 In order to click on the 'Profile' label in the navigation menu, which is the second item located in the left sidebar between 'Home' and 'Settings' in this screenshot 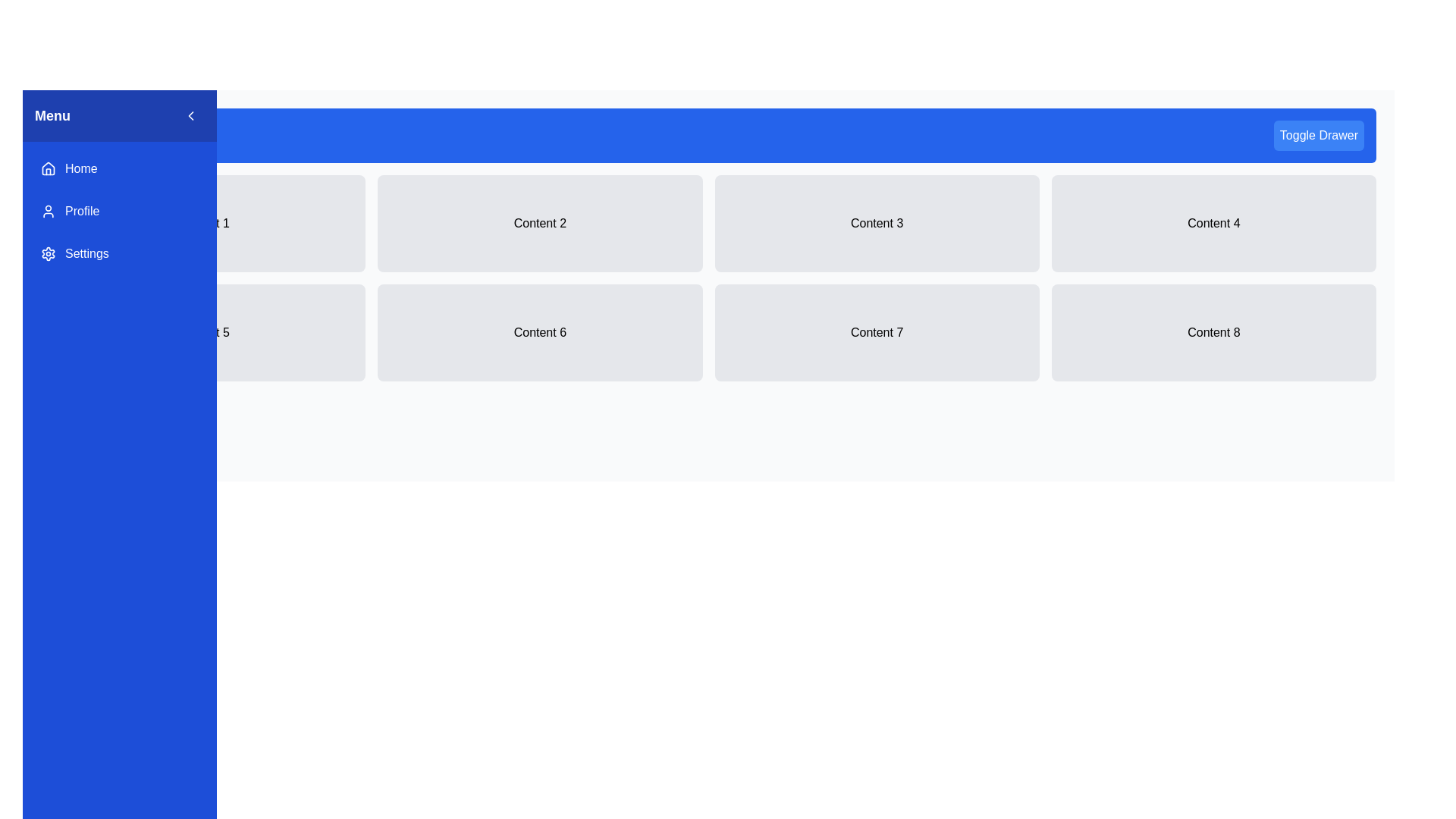, I will do `click(81, 211)`.